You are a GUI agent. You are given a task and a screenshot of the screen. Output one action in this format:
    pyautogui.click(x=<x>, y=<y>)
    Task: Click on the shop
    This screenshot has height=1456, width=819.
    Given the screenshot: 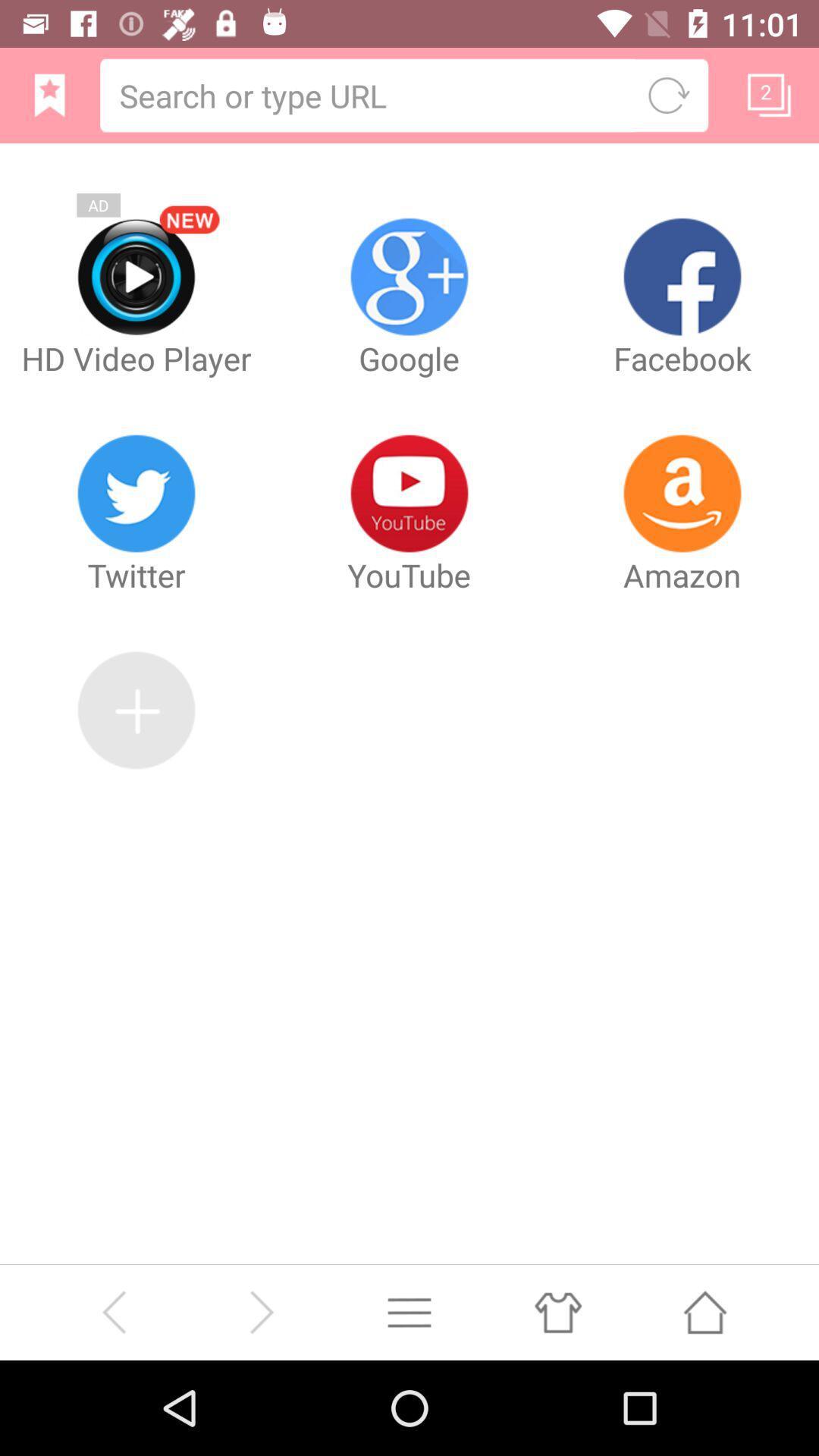 What is the action you would take?
    pyautogui.click(x=557, y=1311)
    